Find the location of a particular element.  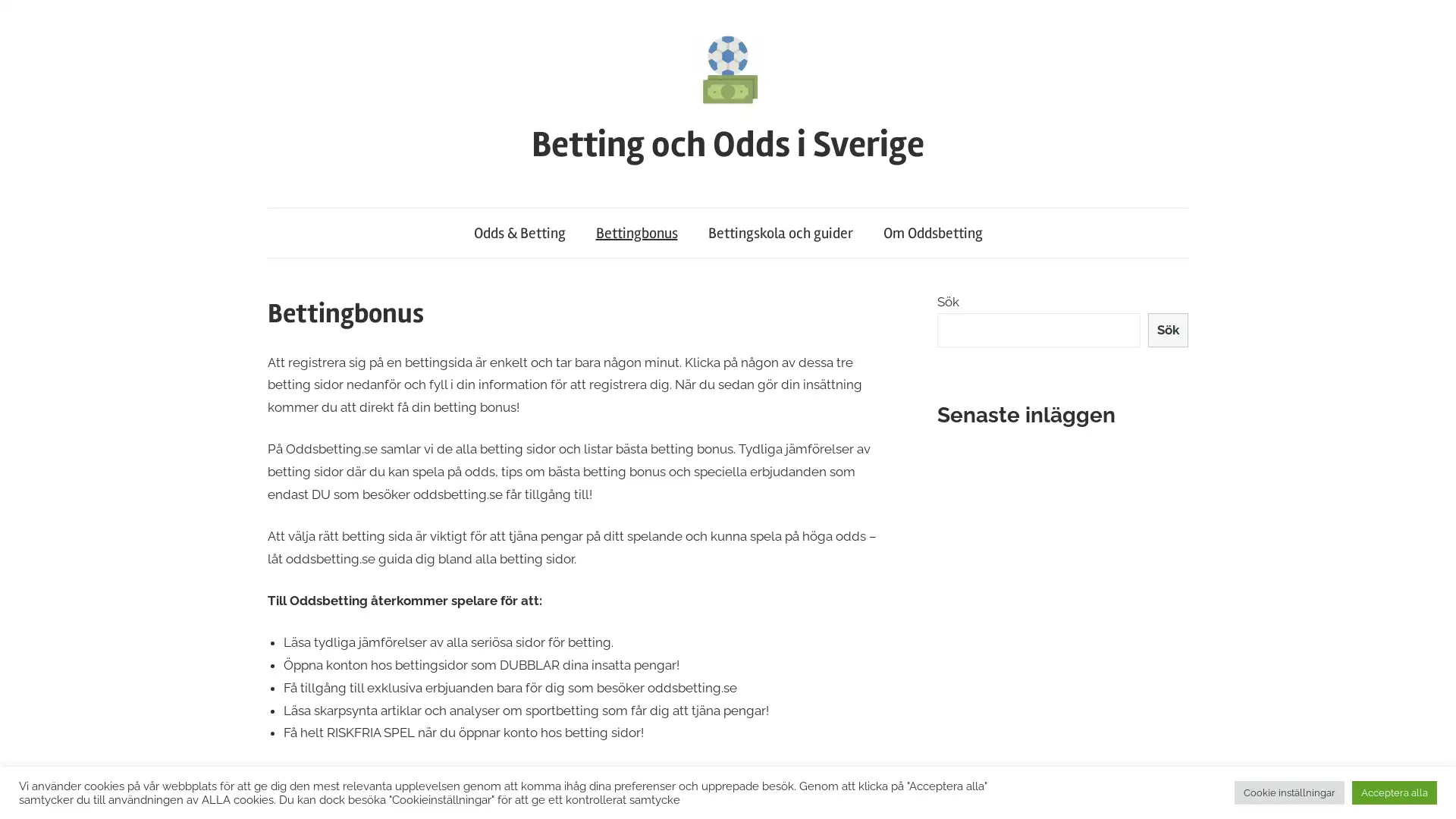

Sok is located at coordinates (1167, 329).